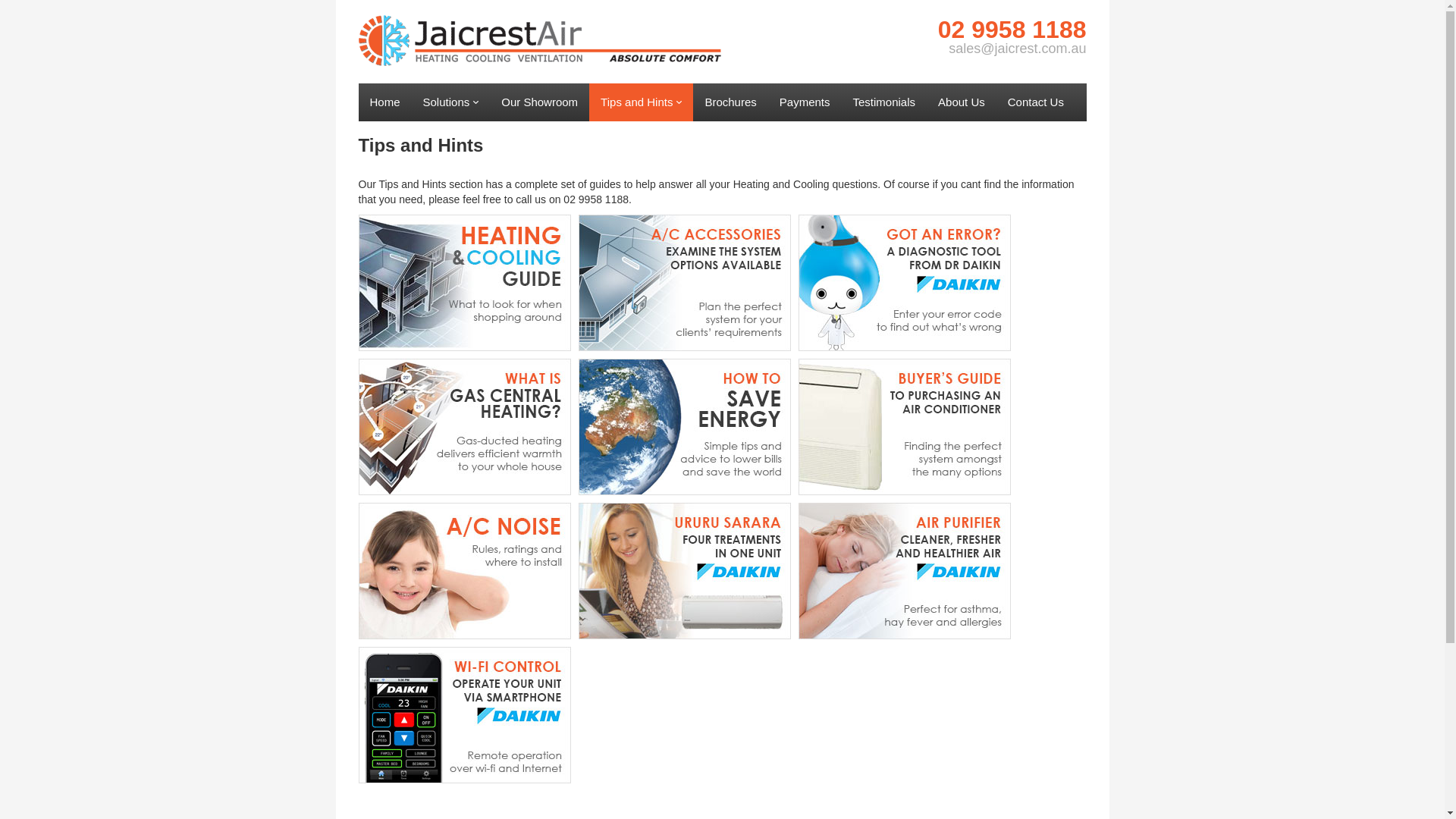 This screenshot has height=819, width=1456. What do you see at coordinates (840, 102) in the screenshot?
I see `'Testimonials'` at bounding box center [840, 102].